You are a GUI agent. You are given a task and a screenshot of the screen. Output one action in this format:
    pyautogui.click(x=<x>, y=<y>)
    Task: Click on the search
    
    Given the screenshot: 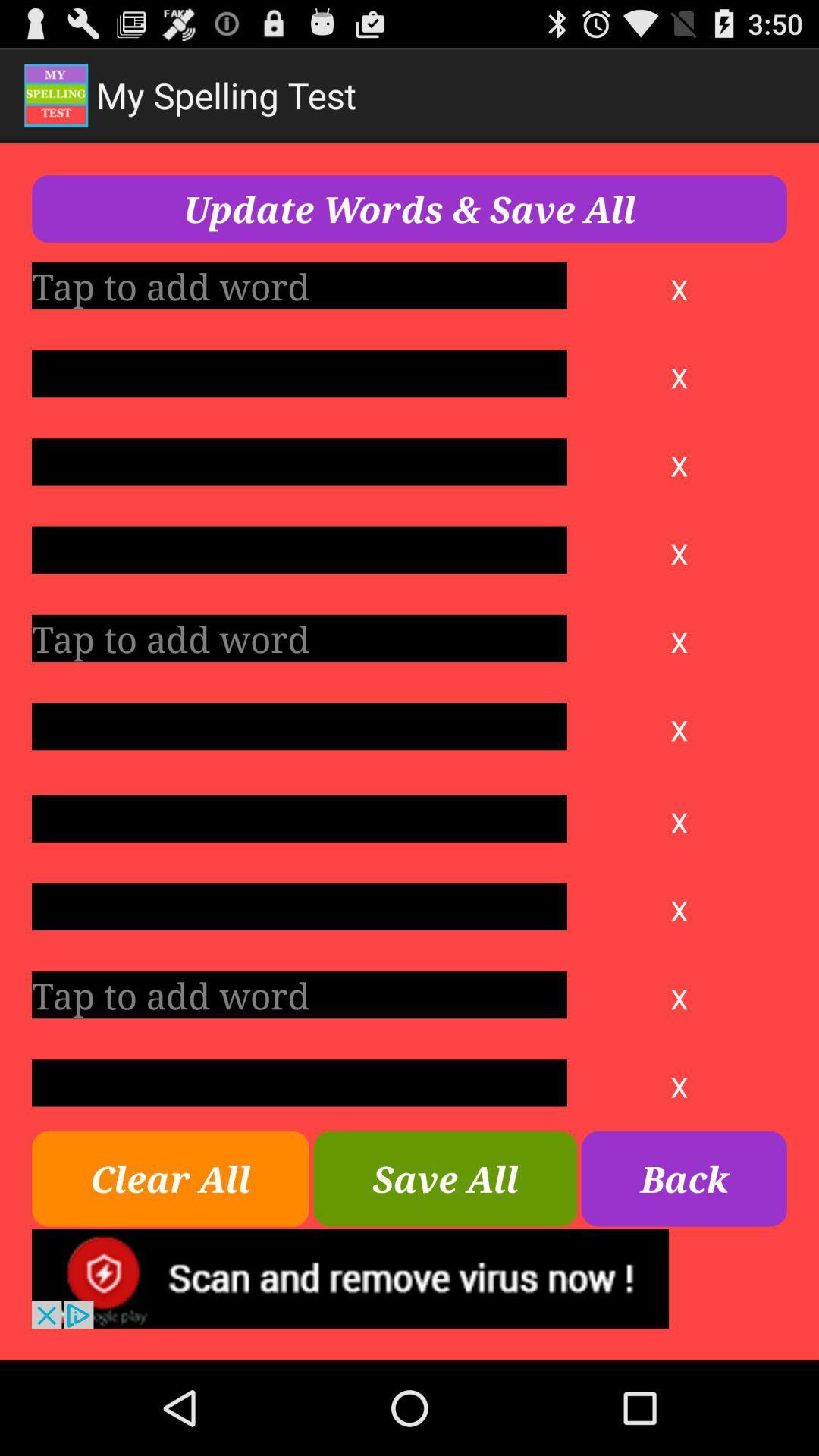 What is the action you would take?
    pyautogui.click(x=299, y=995)
    